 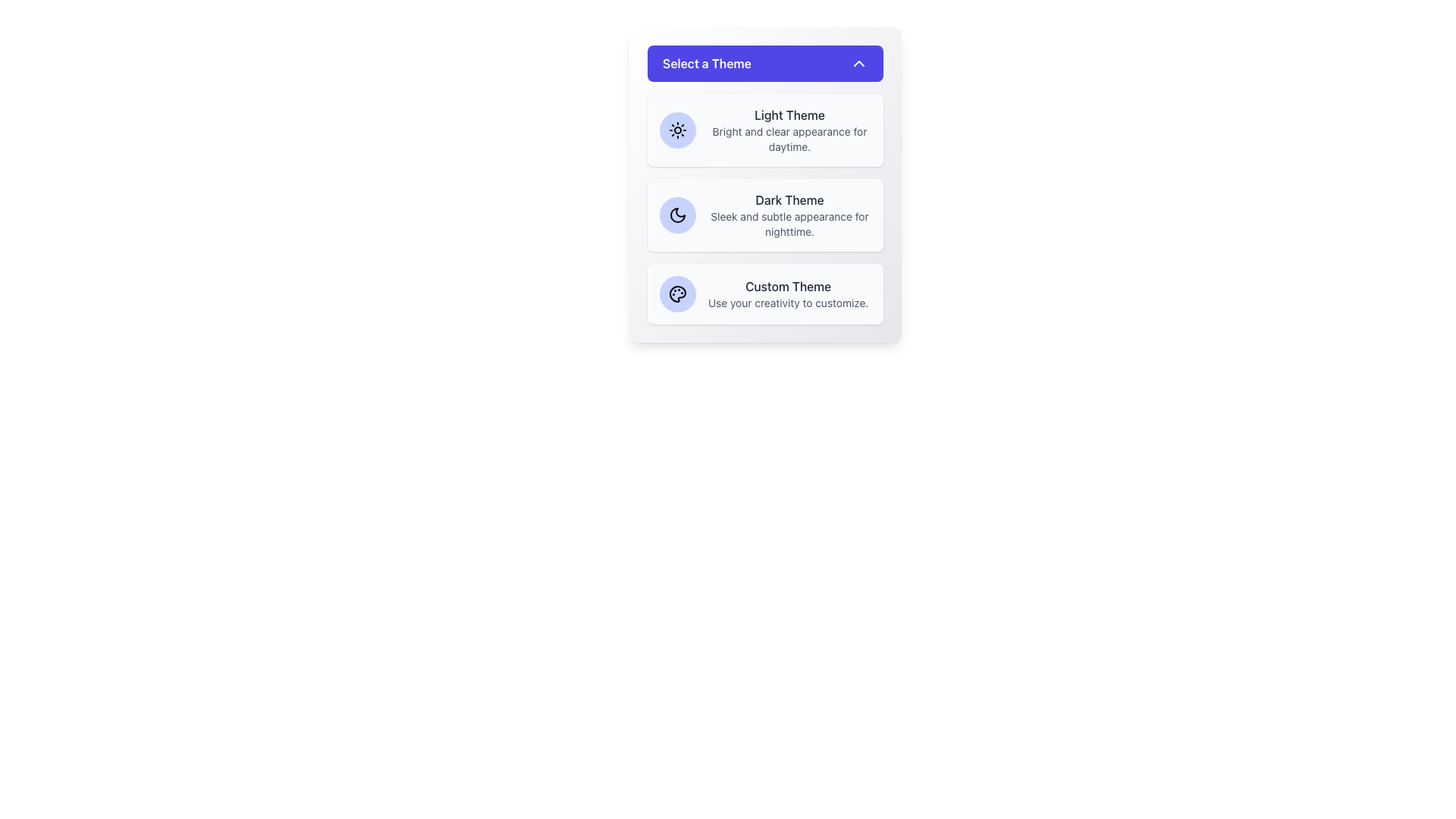 What do you see at coordinates (765, 130) in the screenshot?
I see `the 'Light Theme' selectable card, which is the first option in a list of three cards under the 'Select a Theme' header` at bounding box center [765, 130].